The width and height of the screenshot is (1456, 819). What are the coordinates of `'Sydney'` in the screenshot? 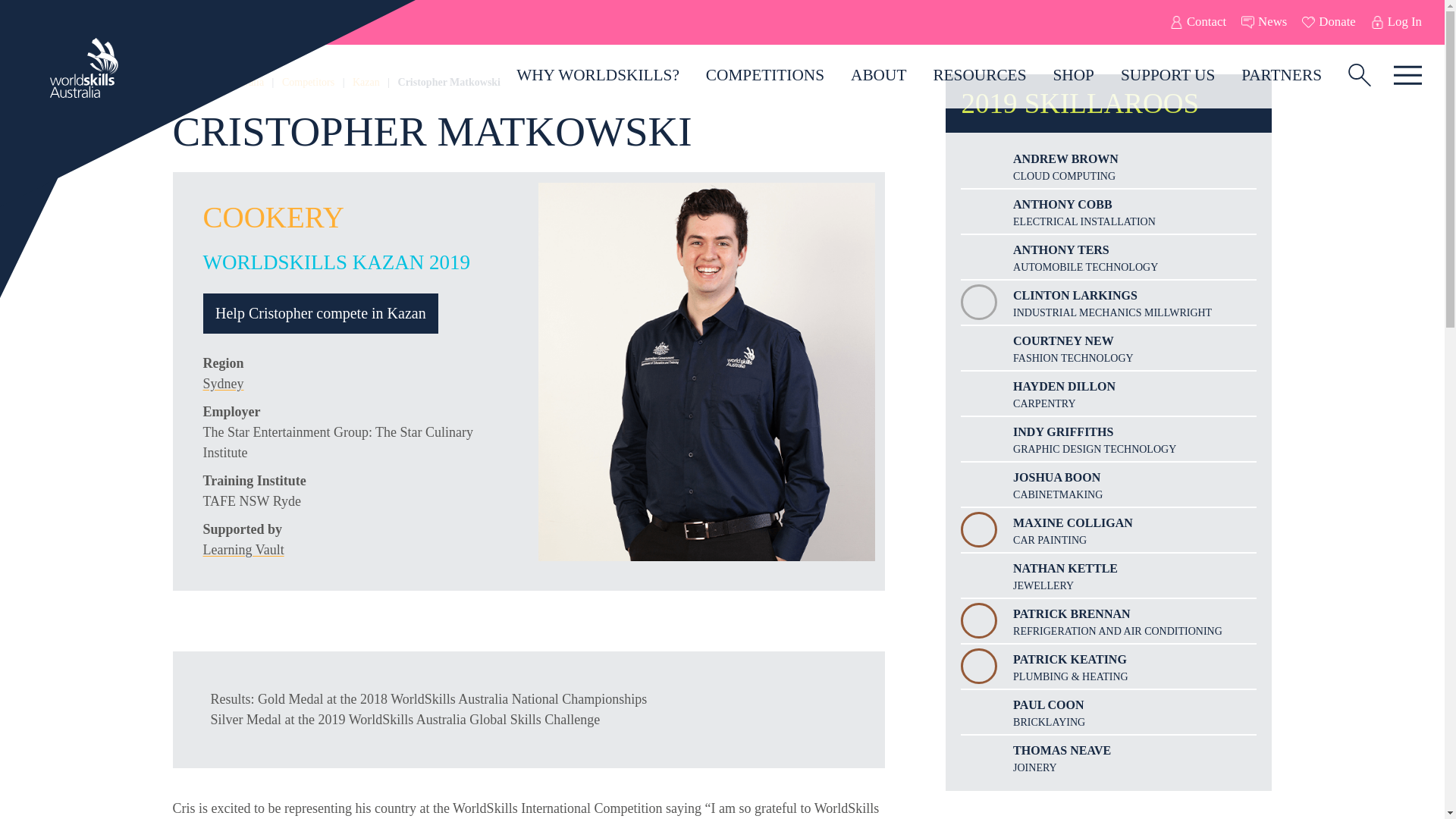 It's located at (222, 382).